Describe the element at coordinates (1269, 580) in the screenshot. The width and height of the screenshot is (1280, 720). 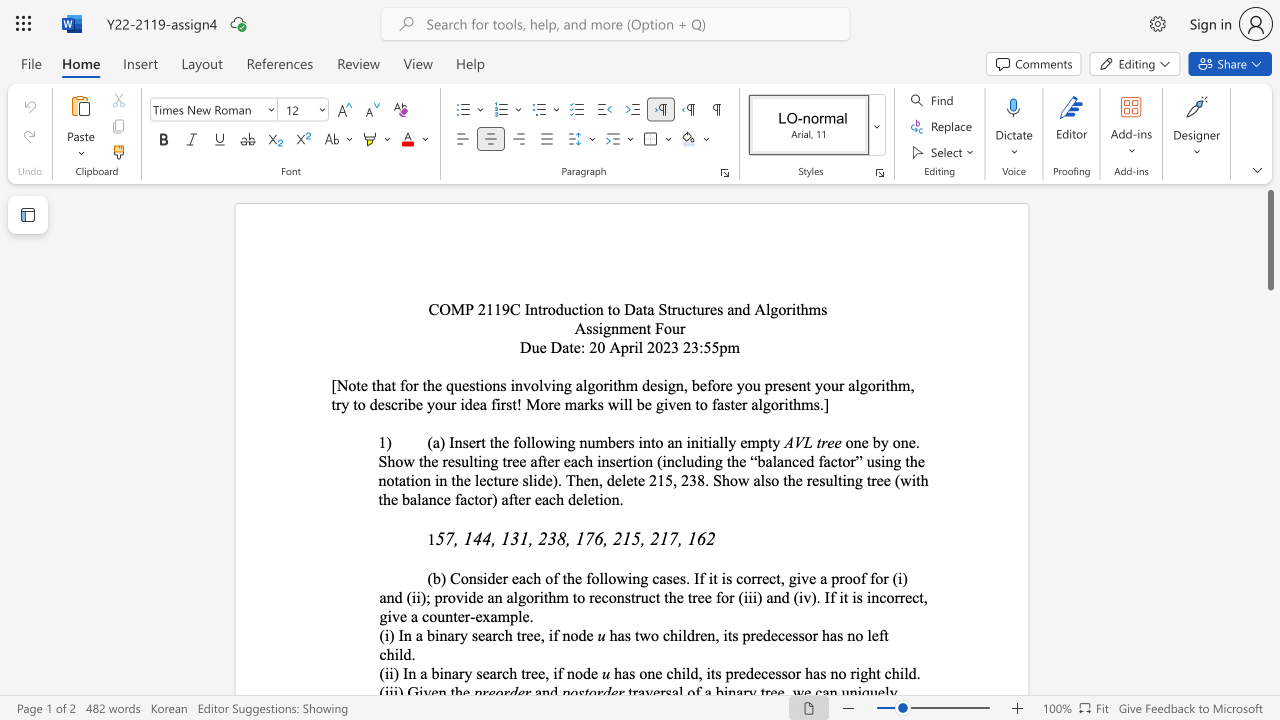
I see `the scrollbar to scroll downward` at that location.